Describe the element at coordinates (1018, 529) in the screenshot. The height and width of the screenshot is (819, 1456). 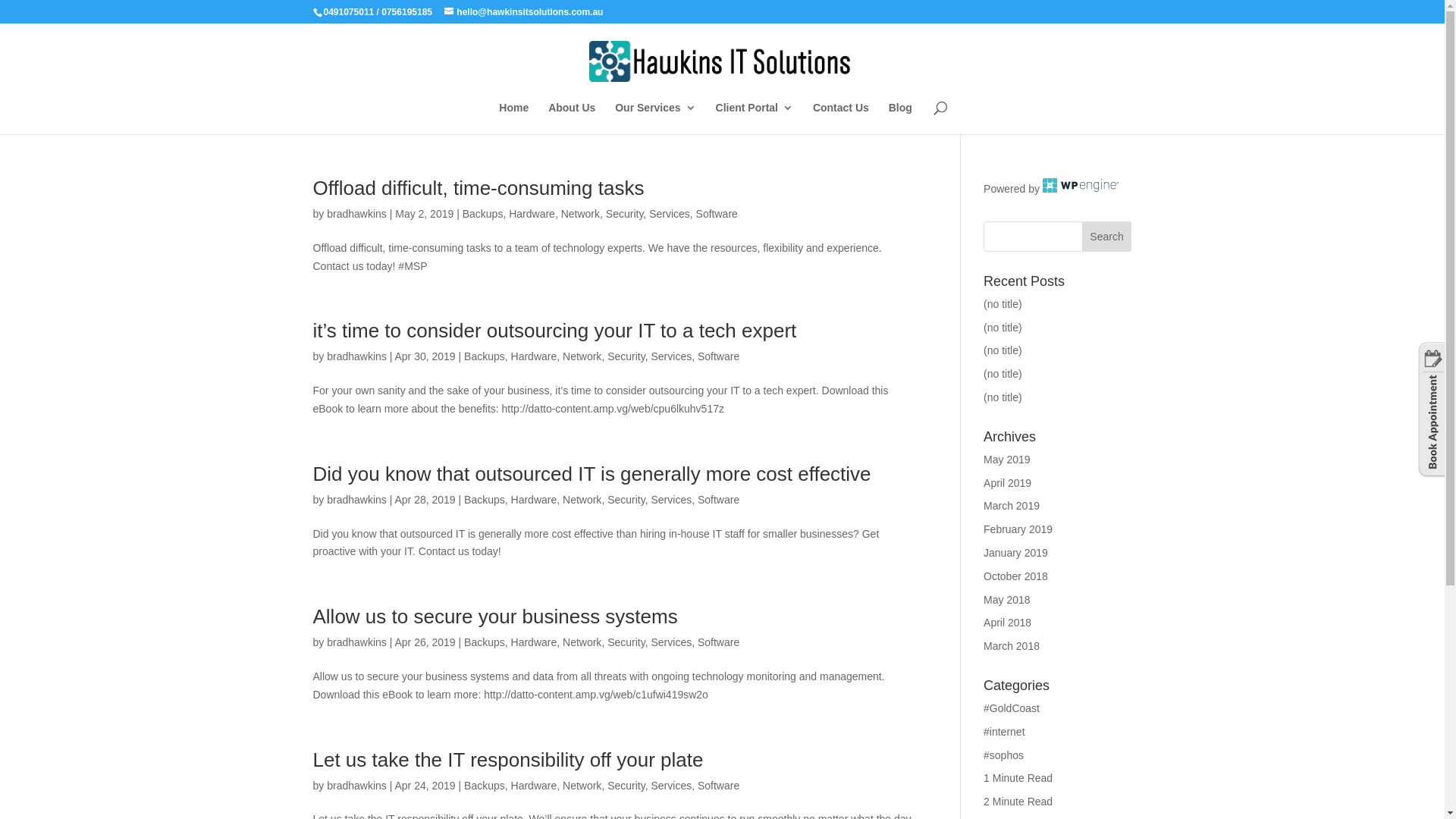
I see `'February 2019'` at that location.